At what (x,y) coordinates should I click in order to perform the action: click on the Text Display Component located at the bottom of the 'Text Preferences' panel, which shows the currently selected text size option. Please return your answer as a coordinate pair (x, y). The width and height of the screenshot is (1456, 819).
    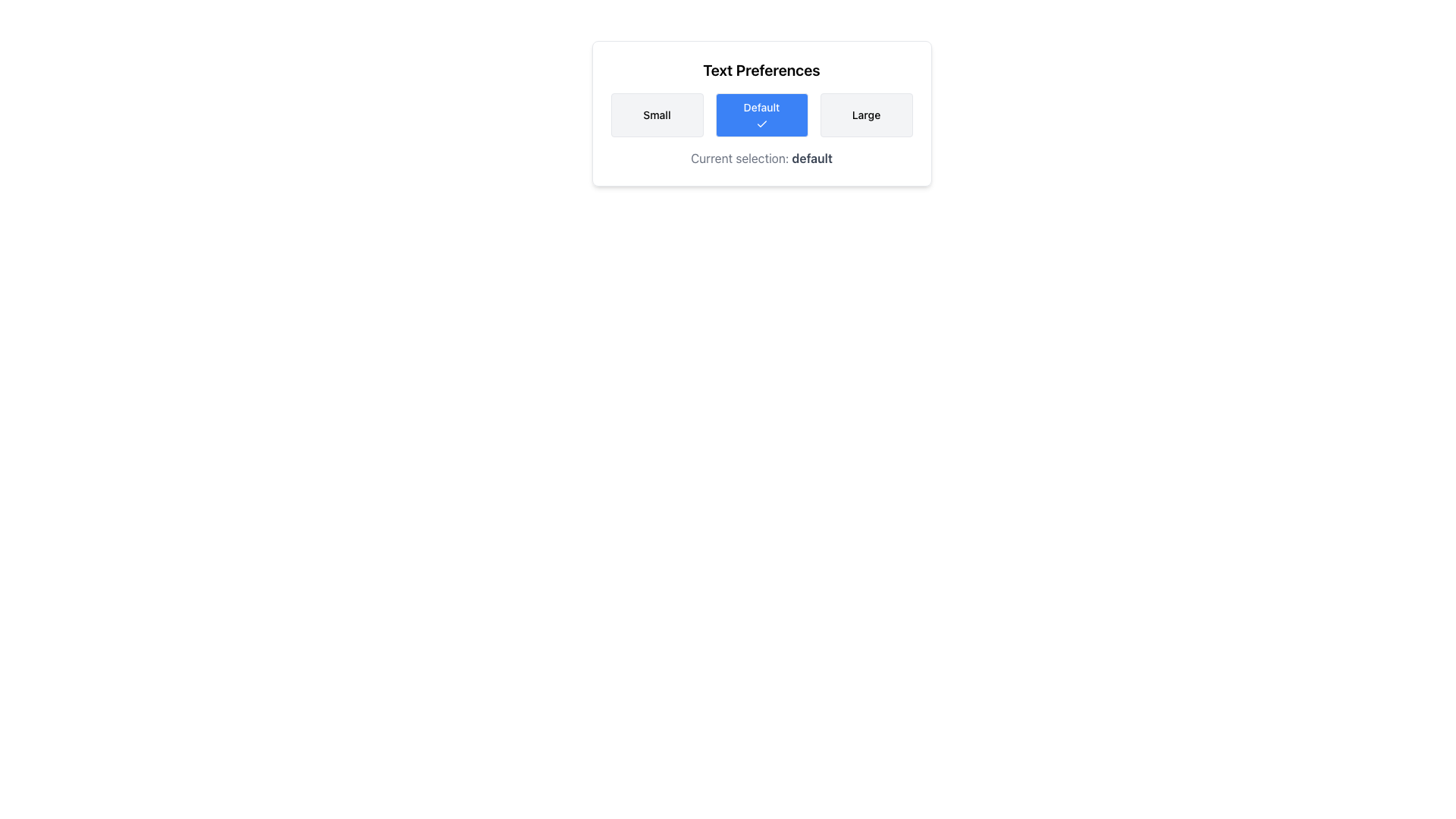
    Looking at the image, I should click on (761, 158).